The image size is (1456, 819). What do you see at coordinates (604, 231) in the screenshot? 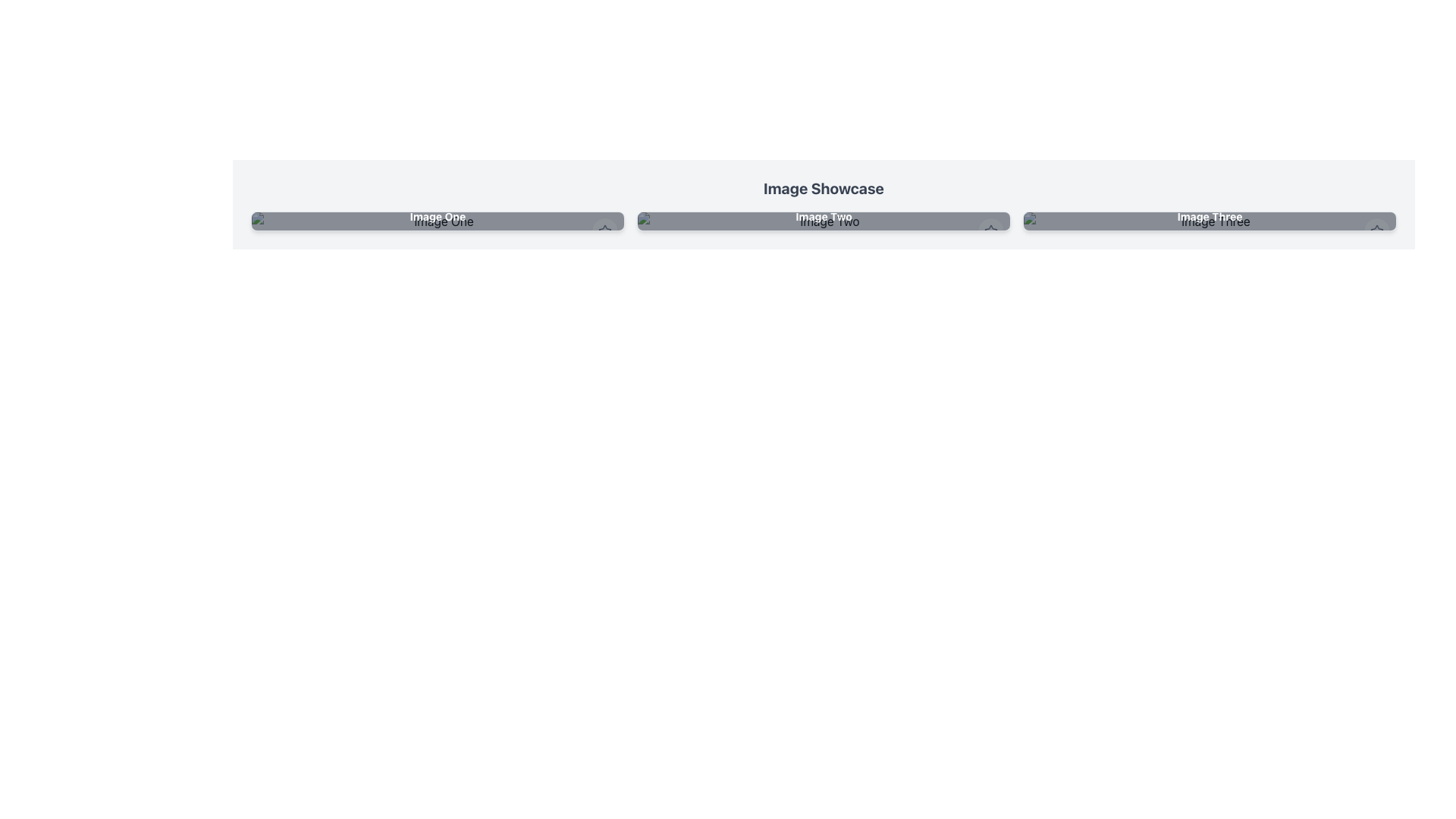
I see `the favorite button located in the top-right corner of the card displaying 'Image One' to mark or unmark it as a favorite` at bounding box center [604, 231].